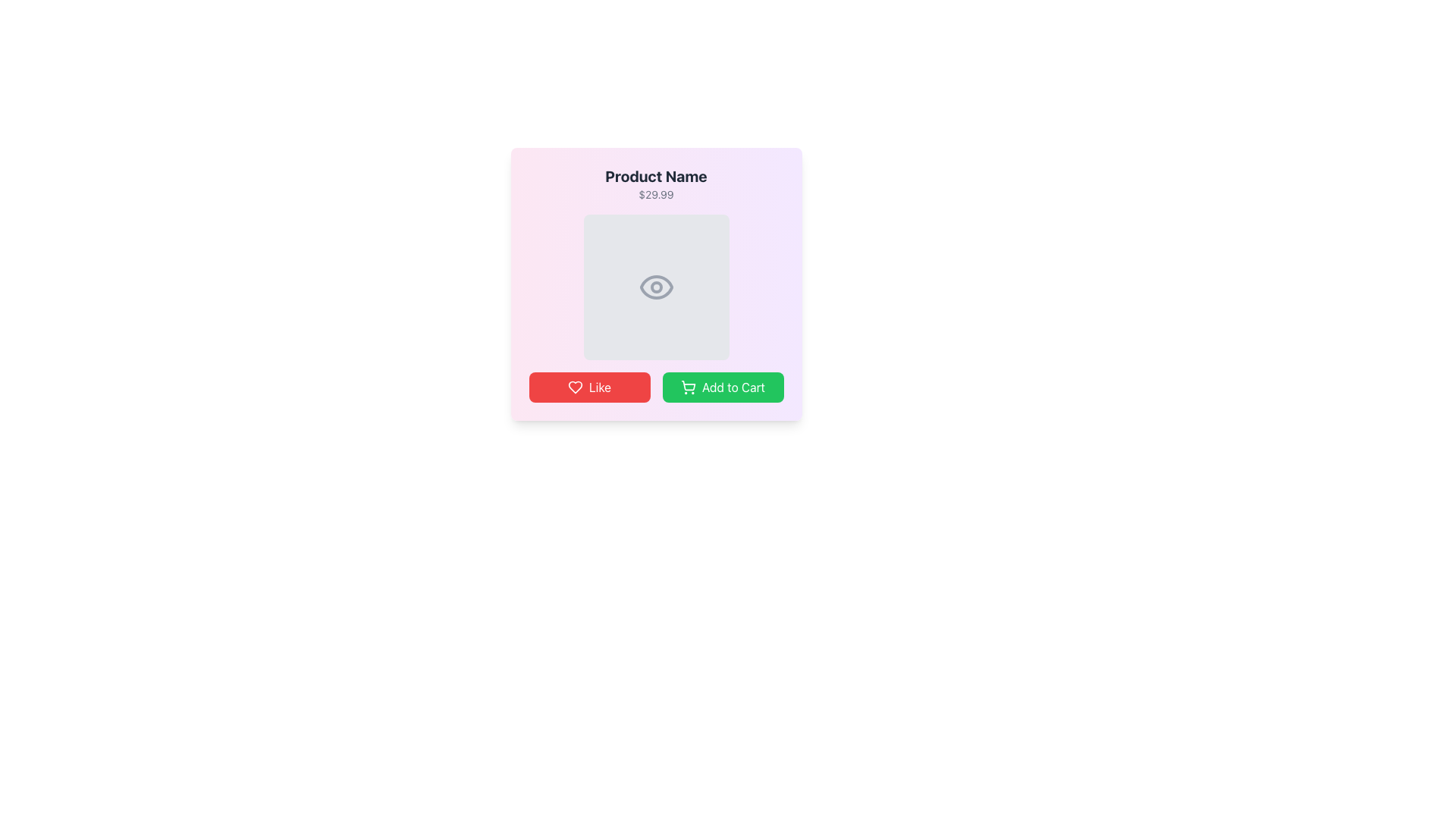  I want to click on the eye icon, which is a gray circular design located in the center of a light gray rectangular area, beneath the 'Product Name' and price '$29.99', and above the 'Like' and 'Add to Cart' buttons, so click(656, 287).